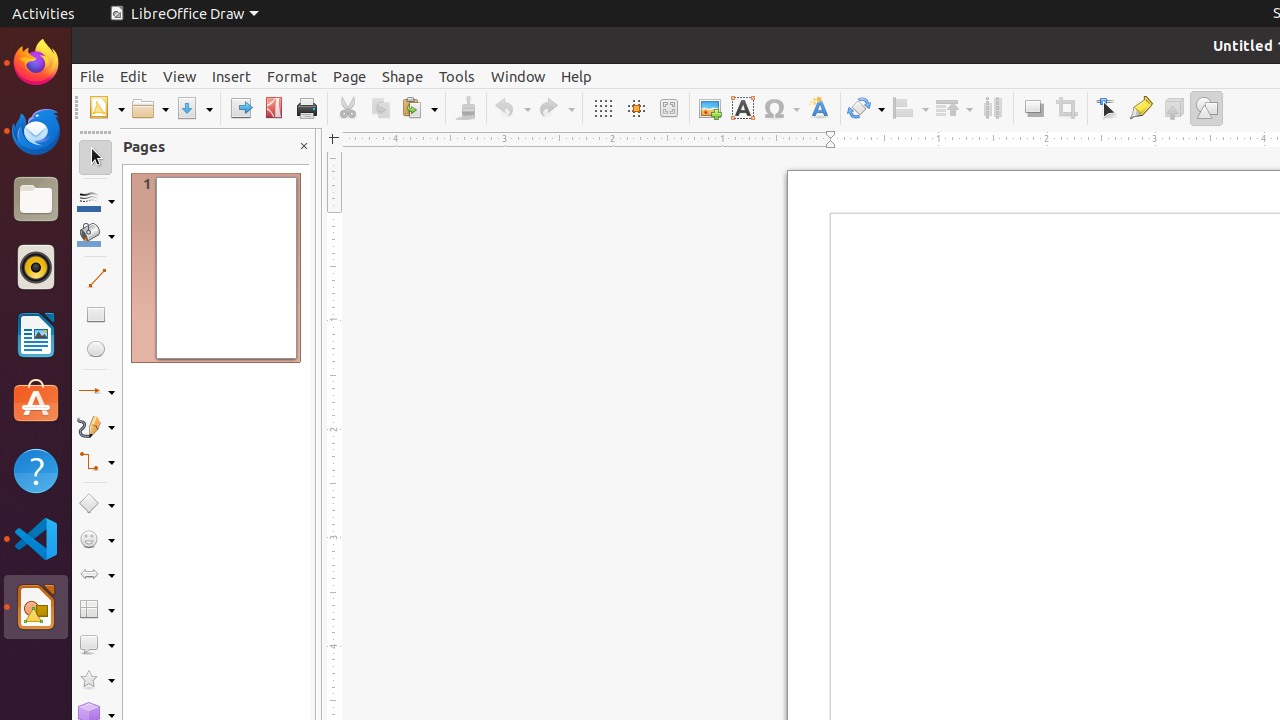  What do you see at coordinates (512, 108) in the screenshot?
I see `'Undo'` at bounding box center [512, 108].